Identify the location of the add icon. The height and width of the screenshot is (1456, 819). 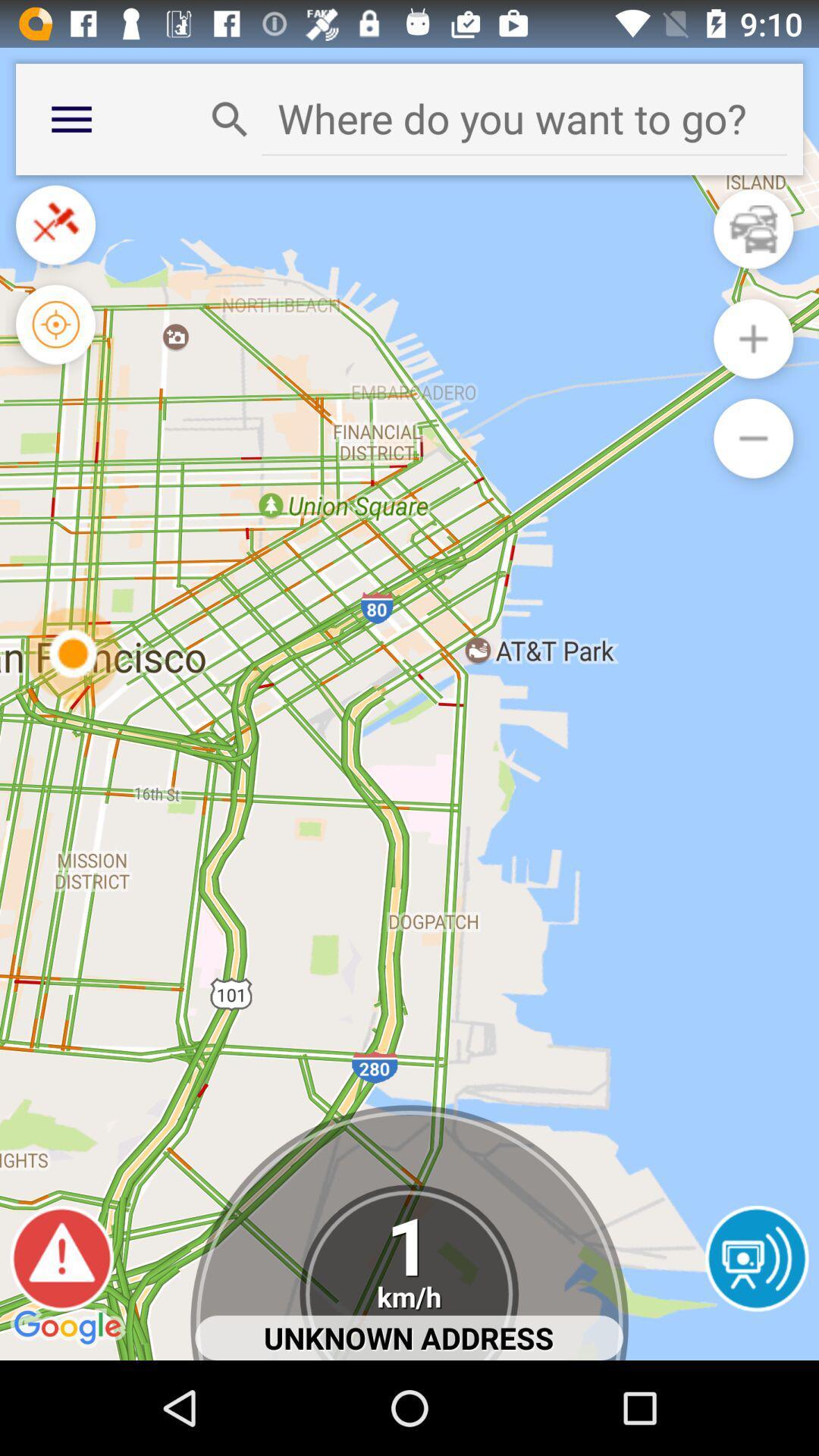
(753, 362).